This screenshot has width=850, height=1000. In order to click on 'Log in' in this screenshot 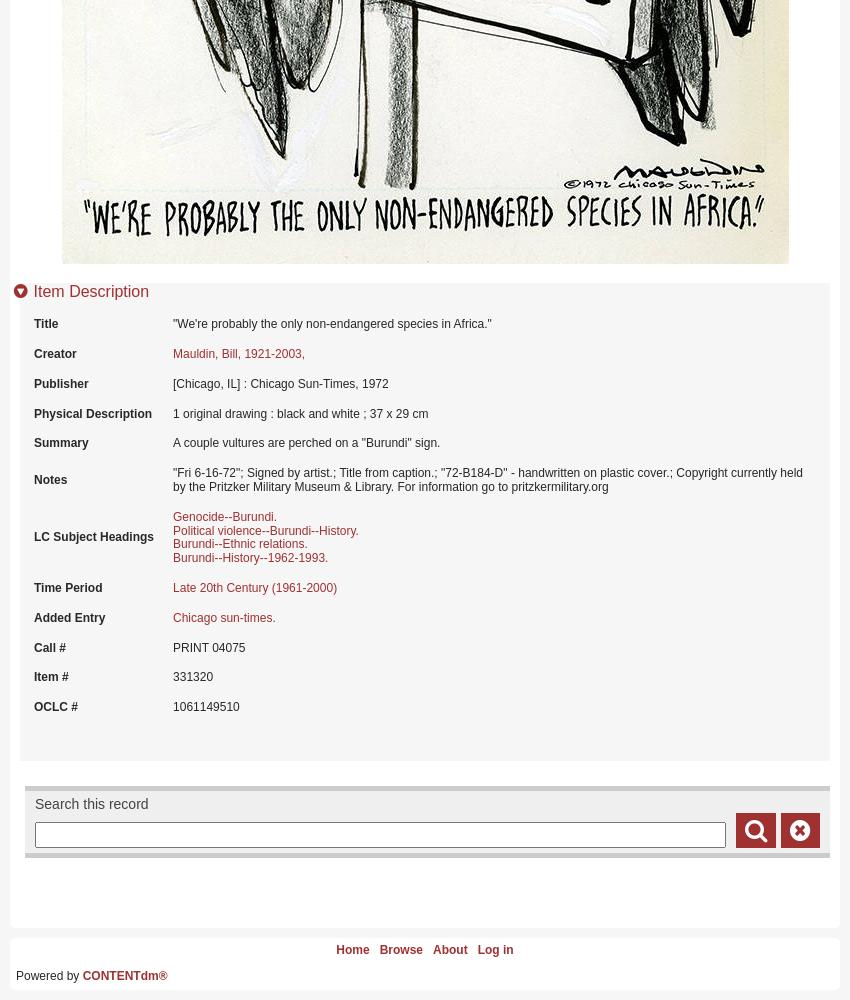, I will do `click(495, 949)`.